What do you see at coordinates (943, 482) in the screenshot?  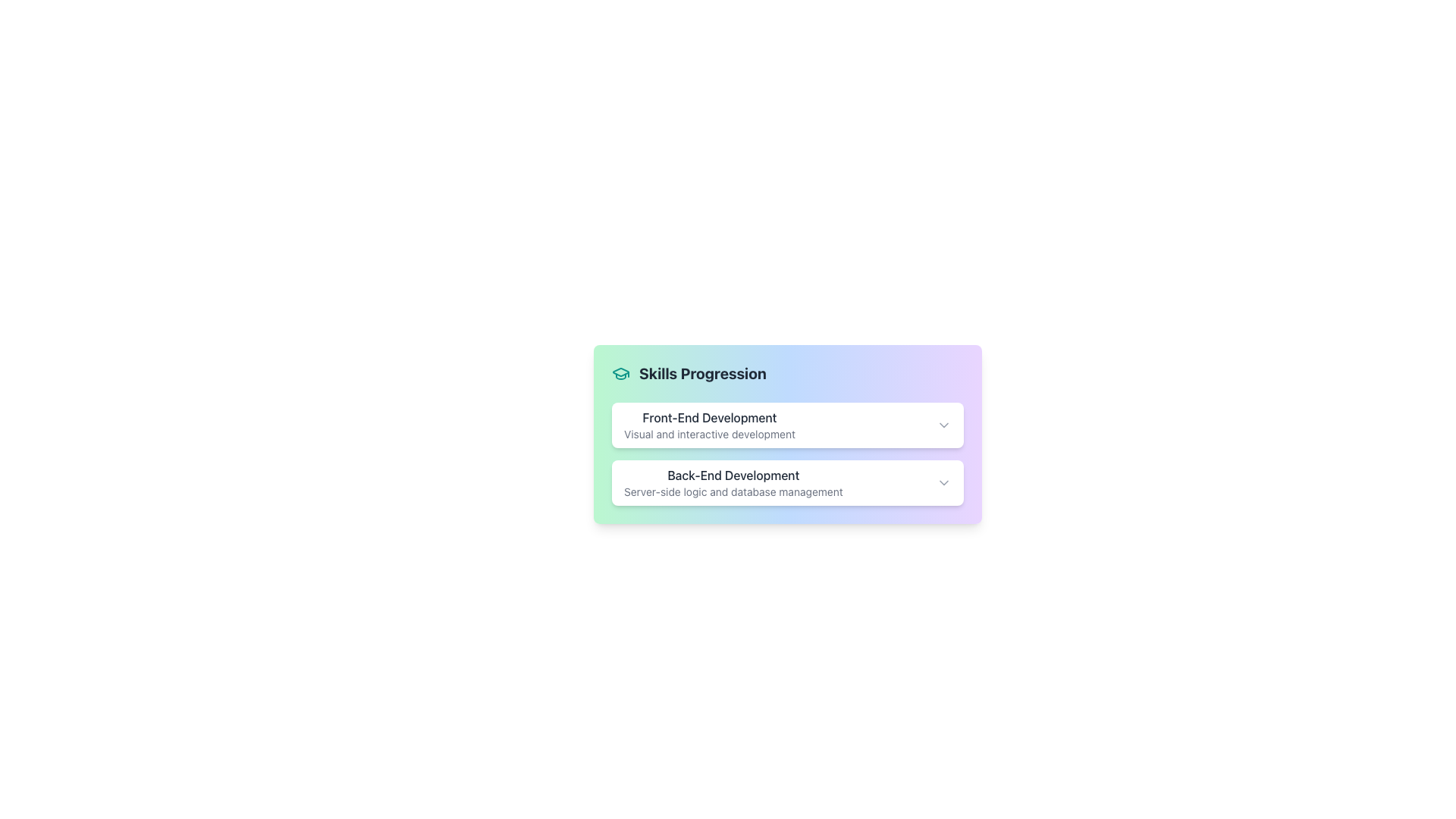 I see `the downward-facing chevron icon on the right side of the 'Back-End Development' section` at bounding box center [943, 482].